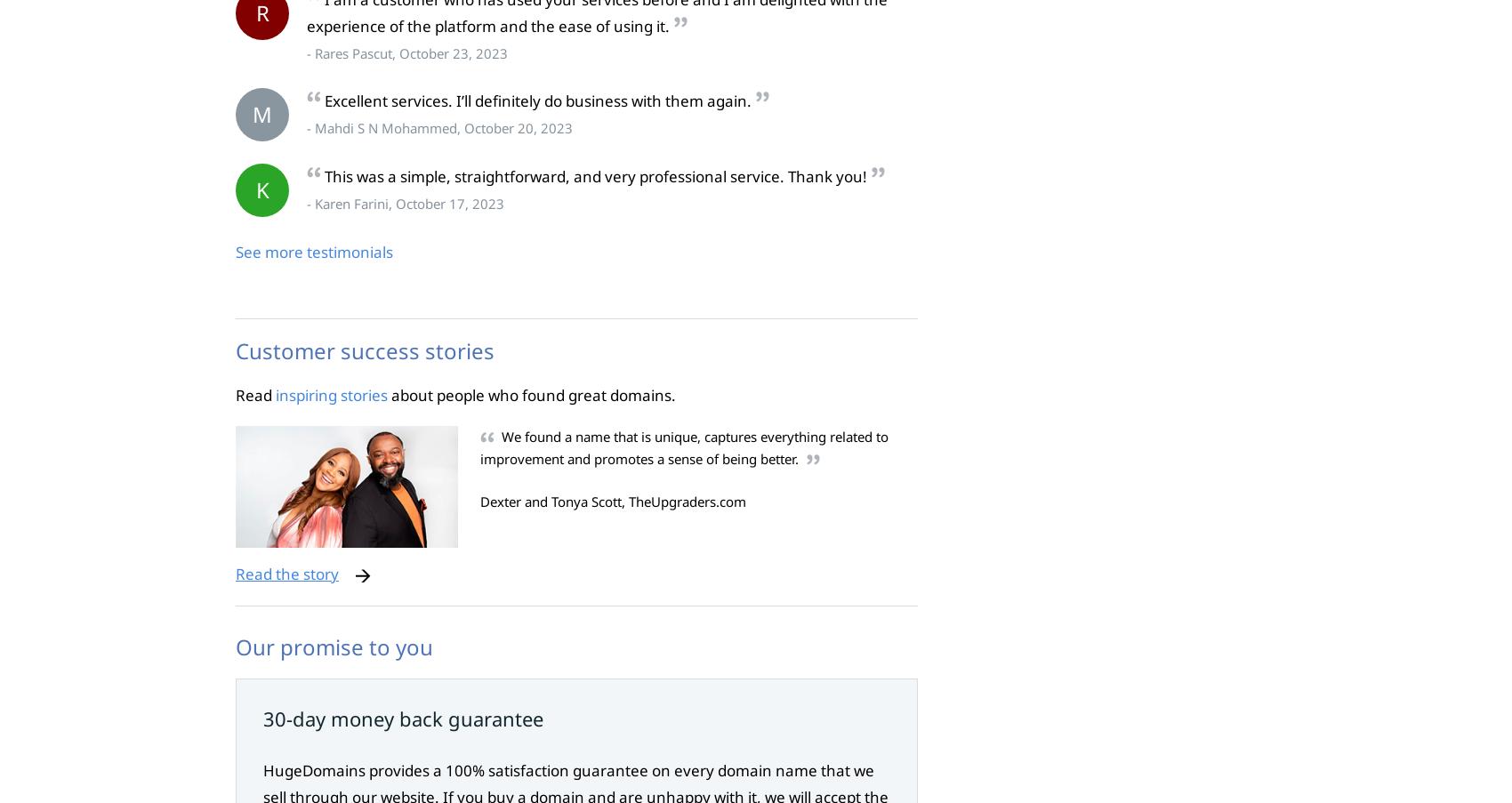 The height and width of the screenshot is (803, 1512). I want to click on '- Rares Pascut, October 23, 2023', so click(406, 51).